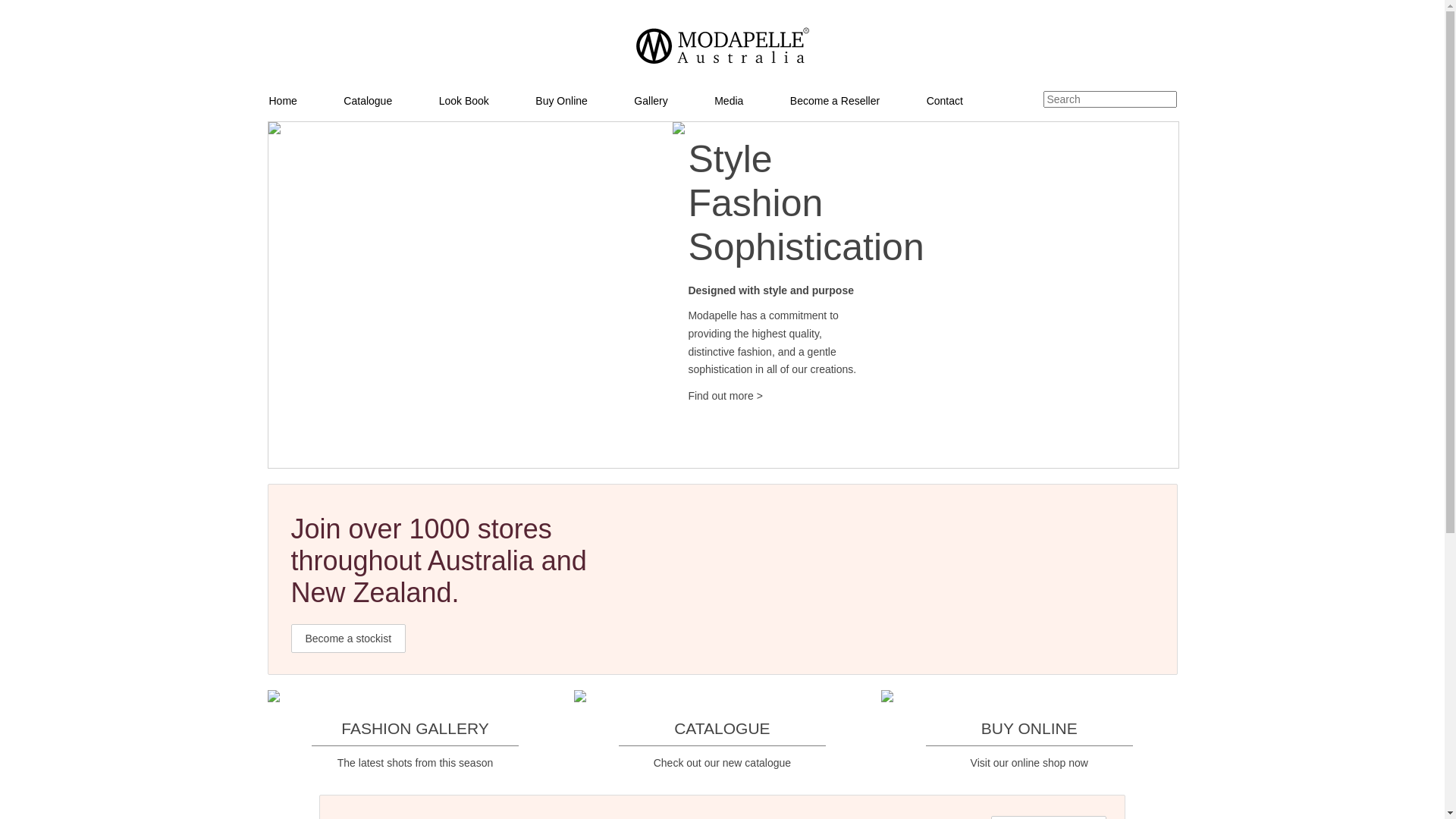 Image resolution: width=1456 pixels, height=819 pixels. What do you see at coordinates (535, 100) in the screenshot?
I see `'Buy Online'` at bounding box center [535, 100].